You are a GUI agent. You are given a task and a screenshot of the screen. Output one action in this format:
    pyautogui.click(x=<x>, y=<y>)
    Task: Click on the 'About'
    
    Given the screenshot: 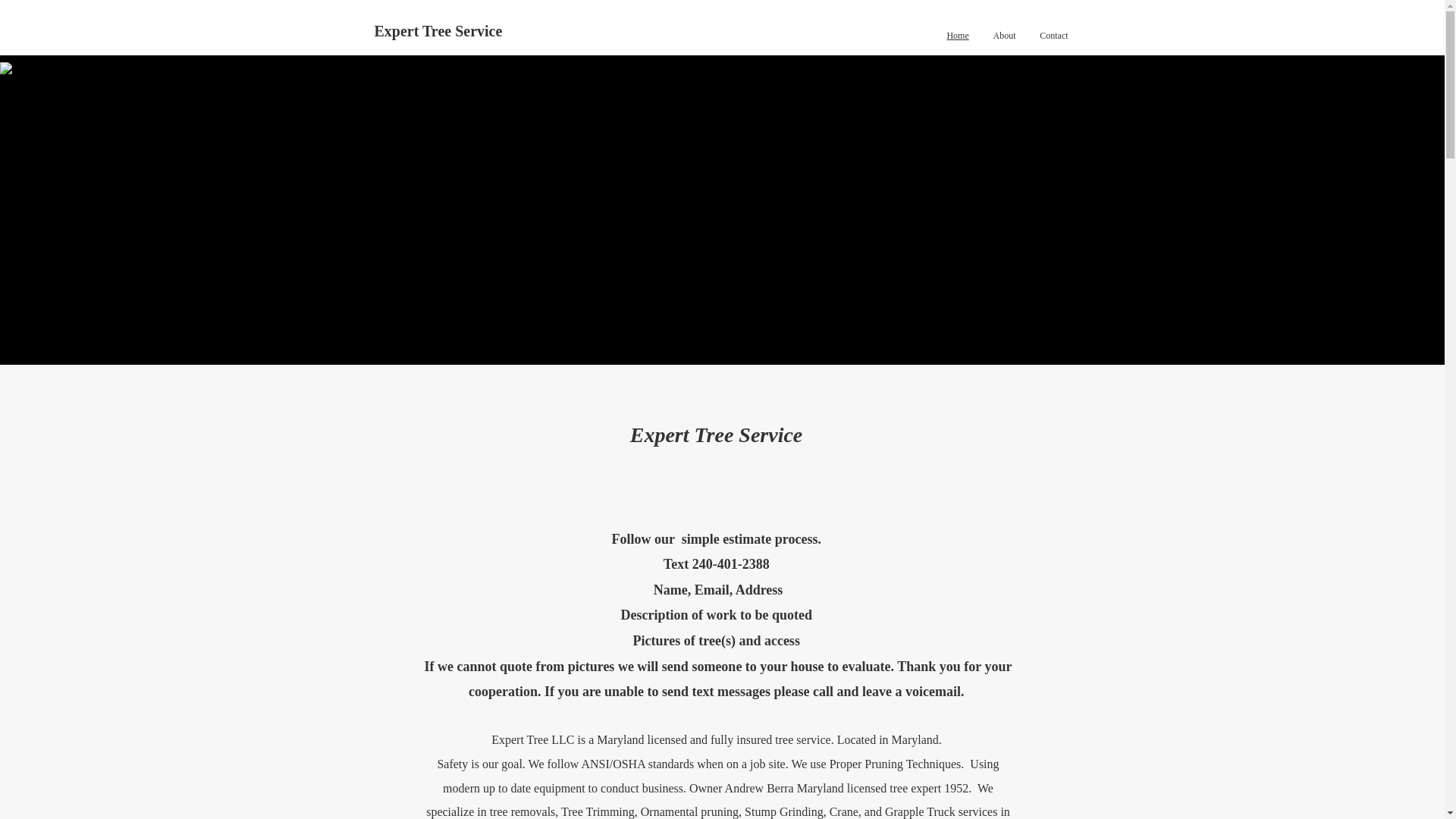 What is the action you would take?
    pyautogui.click(x=1004, y=34)
    